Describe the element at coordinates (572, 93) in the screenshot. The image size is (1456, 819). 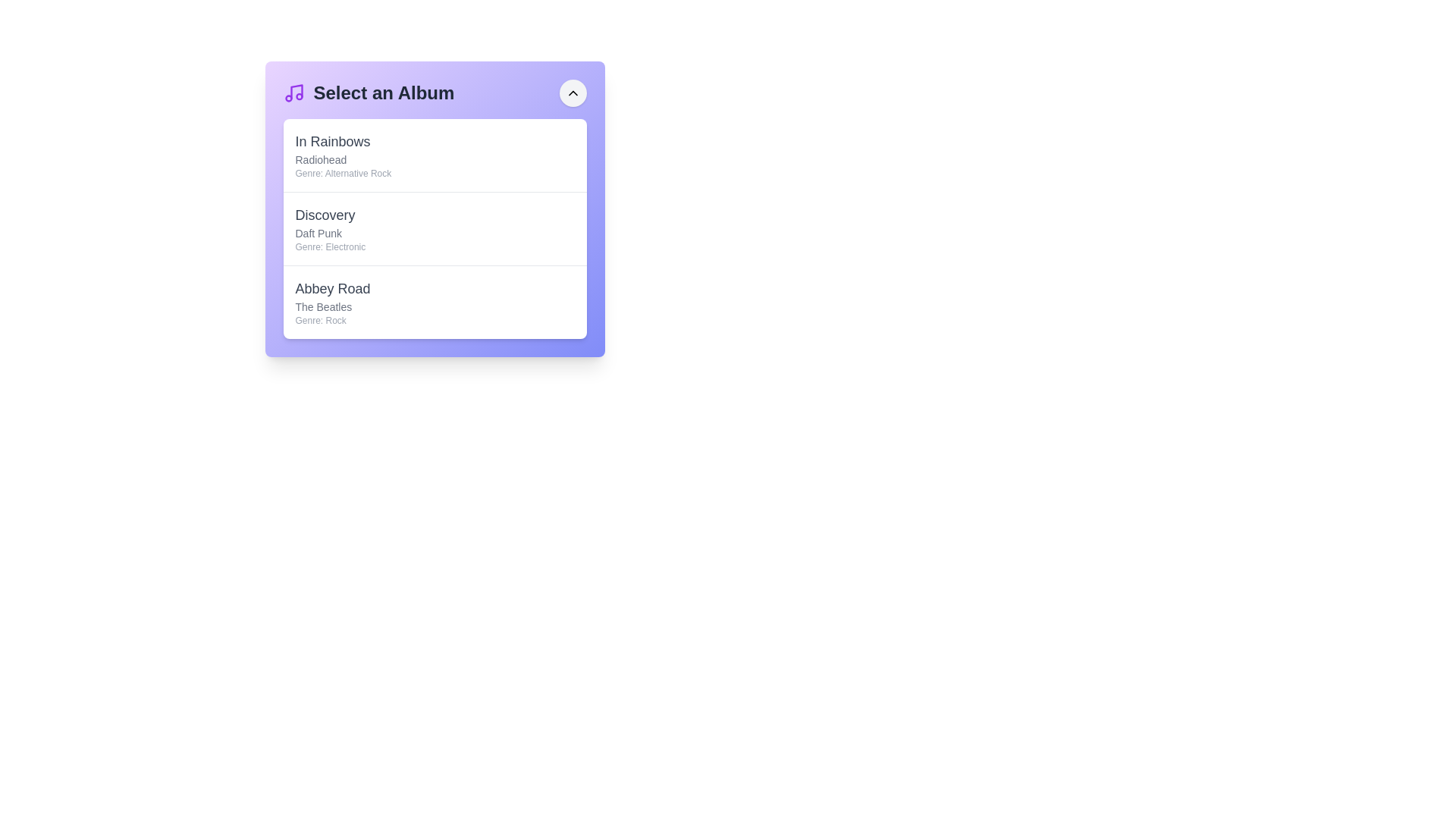
I see `the circular button with a light gray background and a black upward-facing chevron icon located in the top-right corner of the 'Select an Album' section` at that location.